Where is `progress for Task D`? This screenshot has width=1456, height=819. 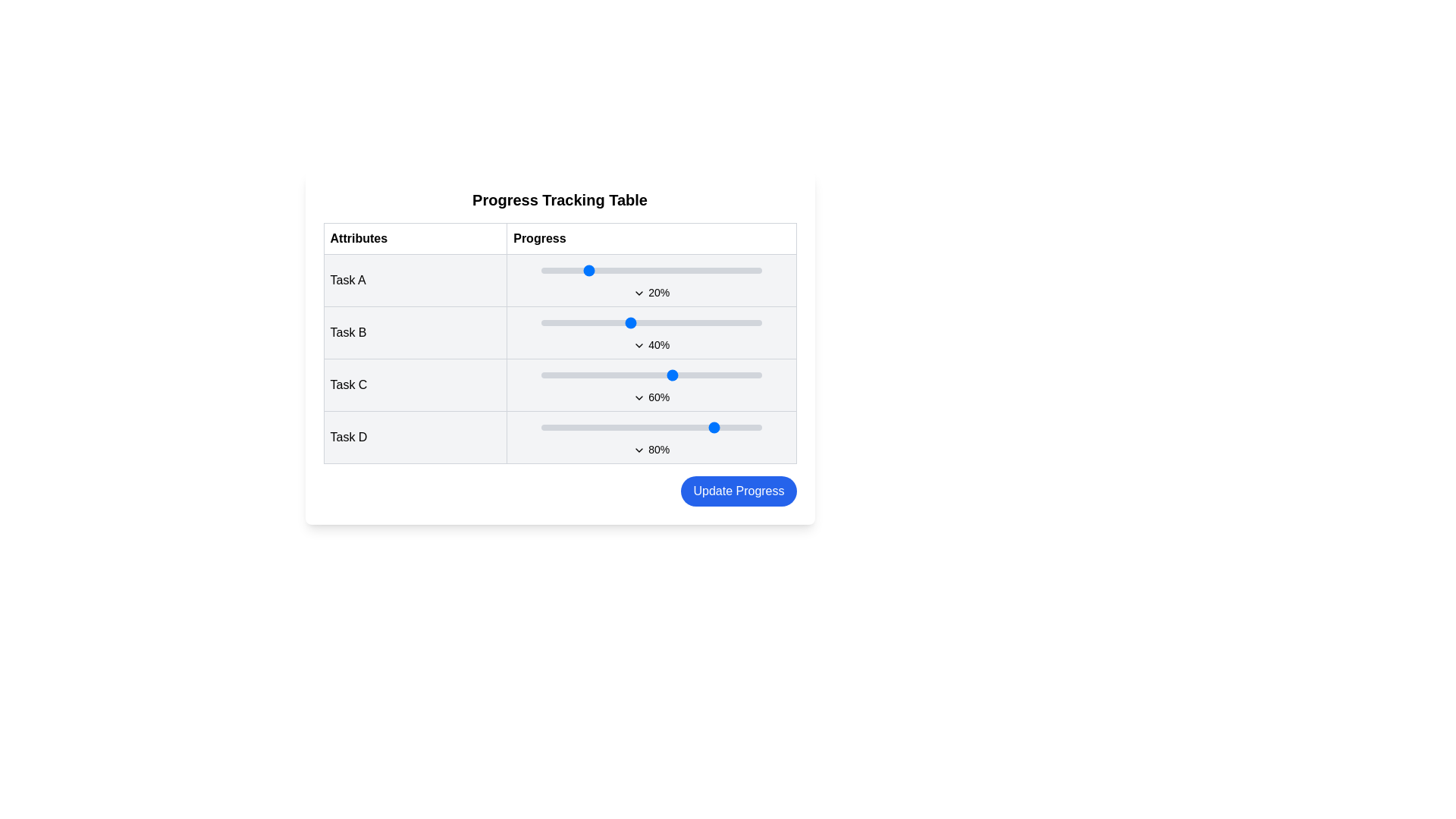 progress for Task D is located at coordinates (584, 427).